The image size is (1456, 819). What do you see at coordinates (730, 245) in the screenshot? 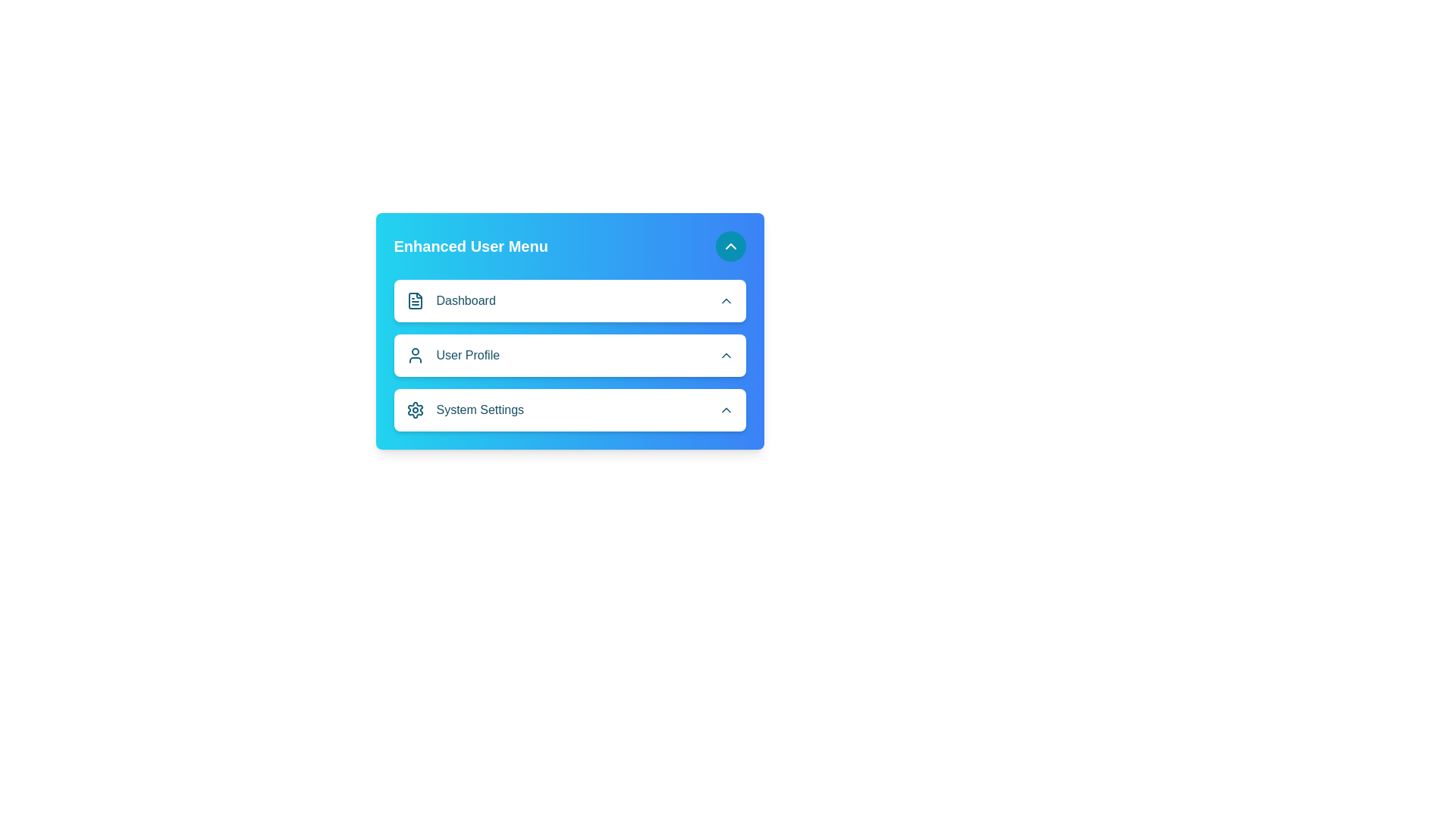
I see `the toggle button located at the top-right corner of the 'Enhanced User Menu'` at bounding box center [730, 245].